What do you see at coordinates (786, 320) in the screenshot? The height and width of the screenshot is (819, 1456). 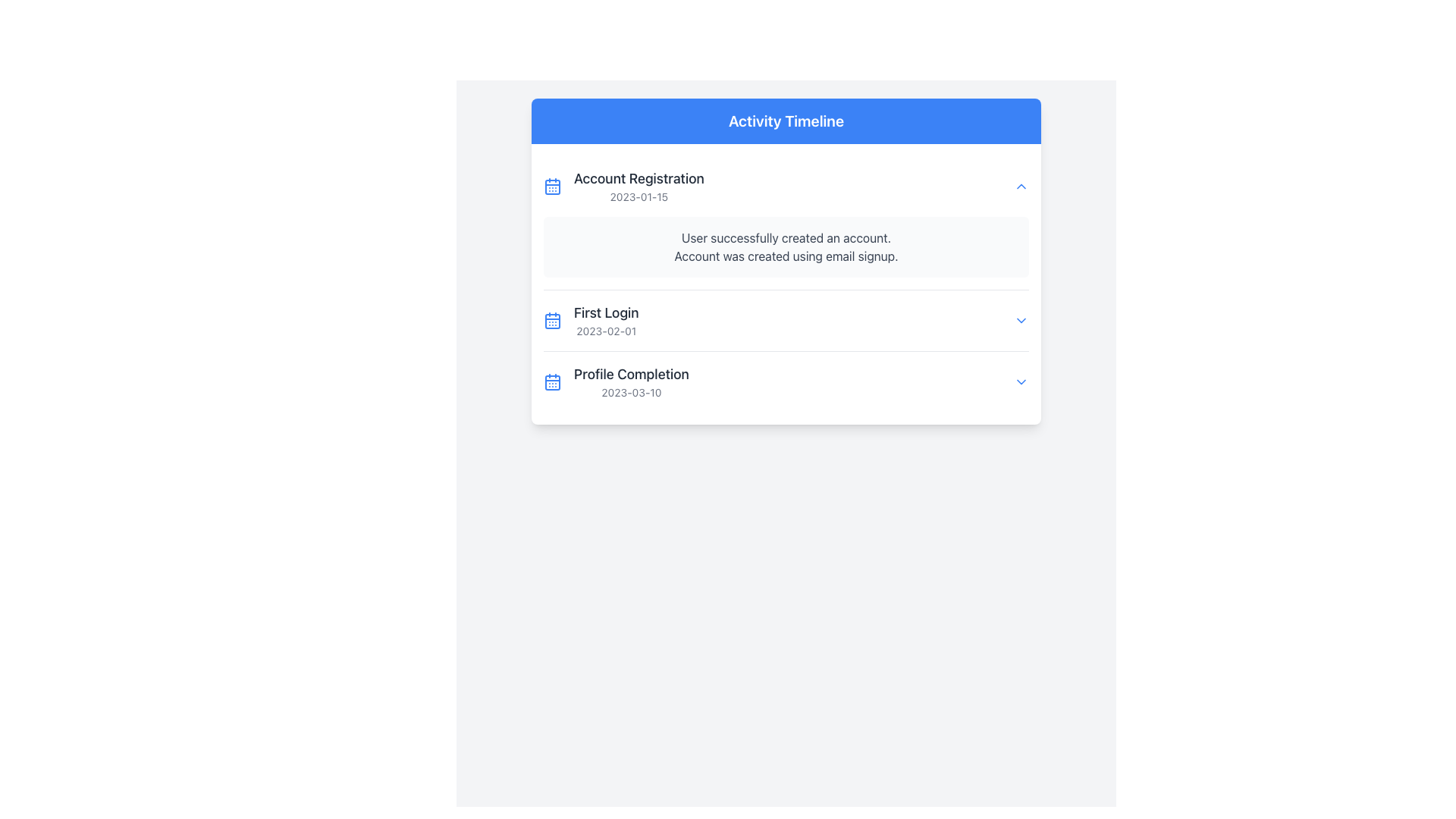 I see `the second item in the 'Activity Timeline' list, which is the timeline entry displaying 'First Login' with a date of '2023-02-01'` at bounding box center [786, 320].